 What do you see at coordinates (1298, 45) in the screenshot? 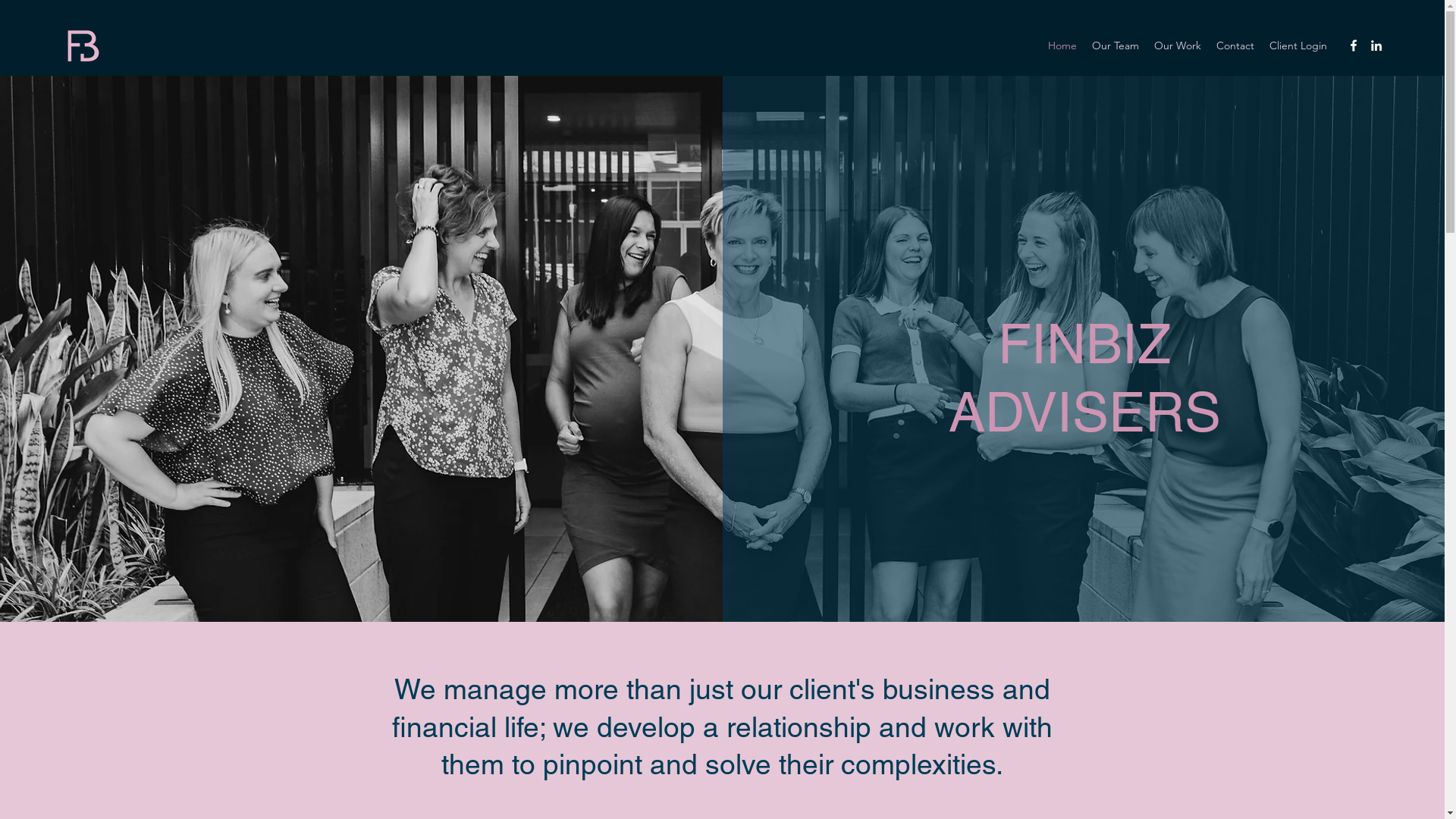
I see `'Client Login'` at bounding box center [1298, 45].